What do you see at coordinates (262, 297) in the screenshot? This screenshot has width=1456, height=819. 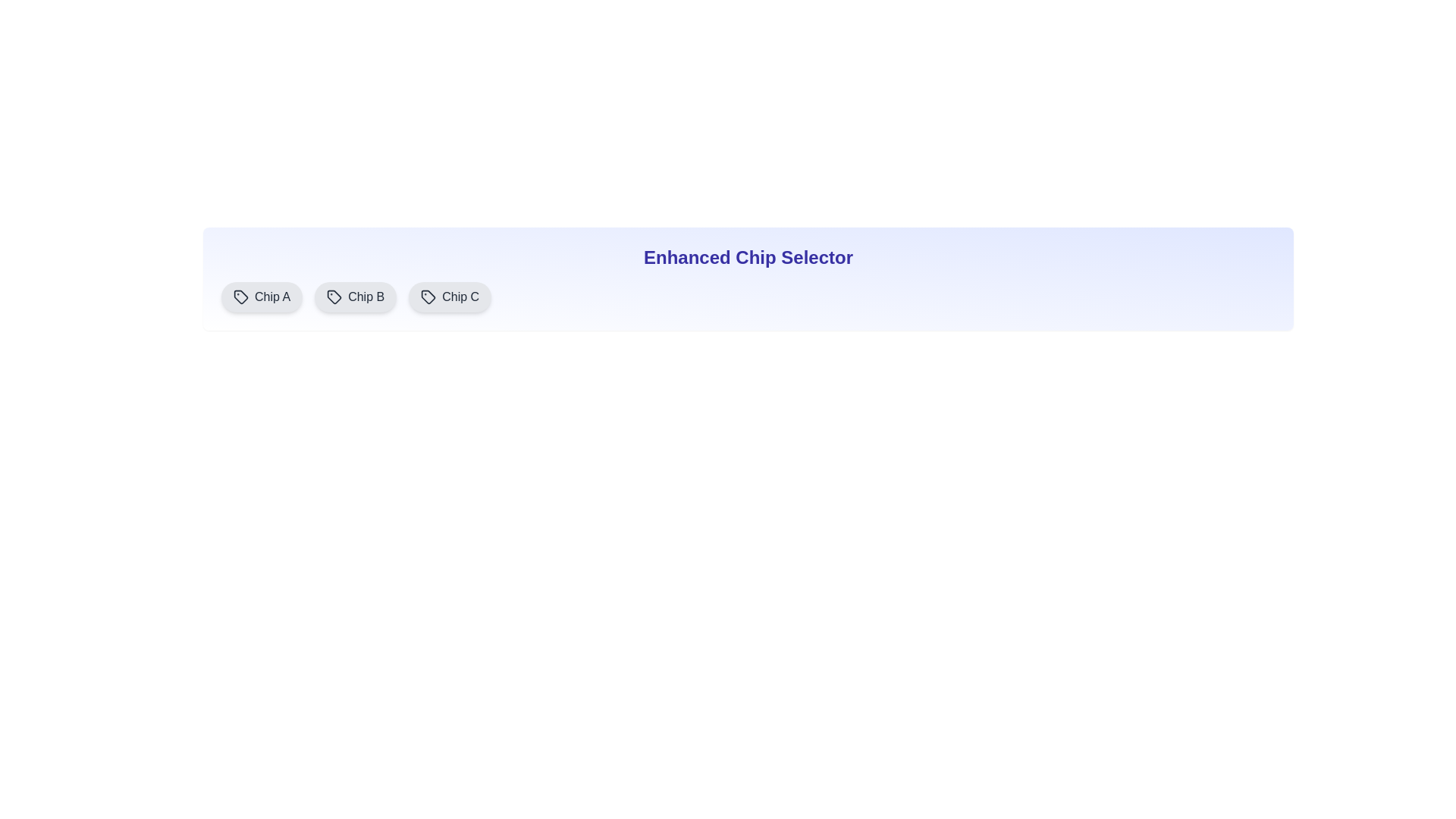 I see `the chip labeled Chip A to display its description` at bounding box center [262, 297].